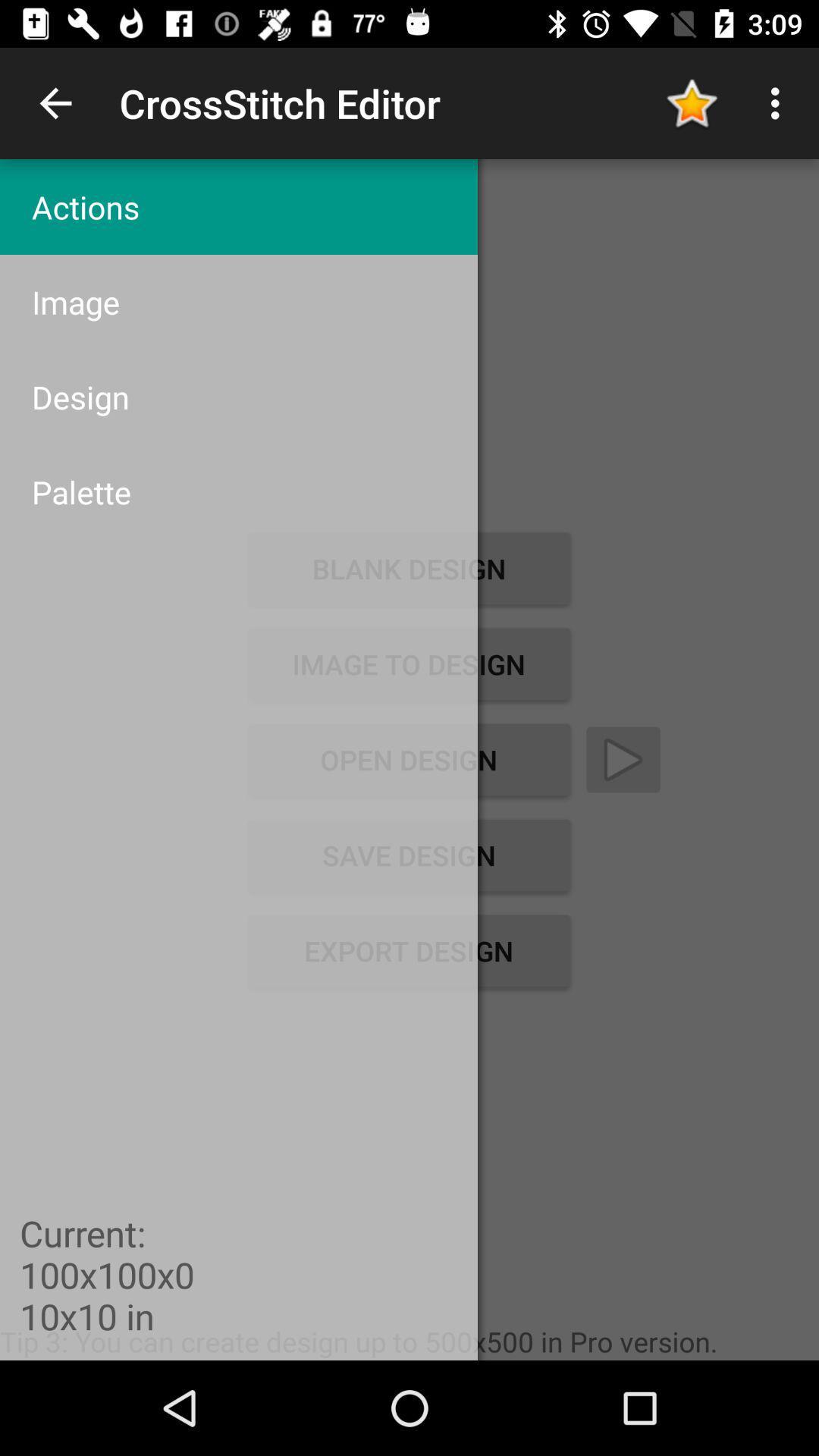 This screenshot has width=819, height=1456. What do you see at coordinates (408, 855) in the screenshot?
I see `the save design item` at bounding box center [408, 855].